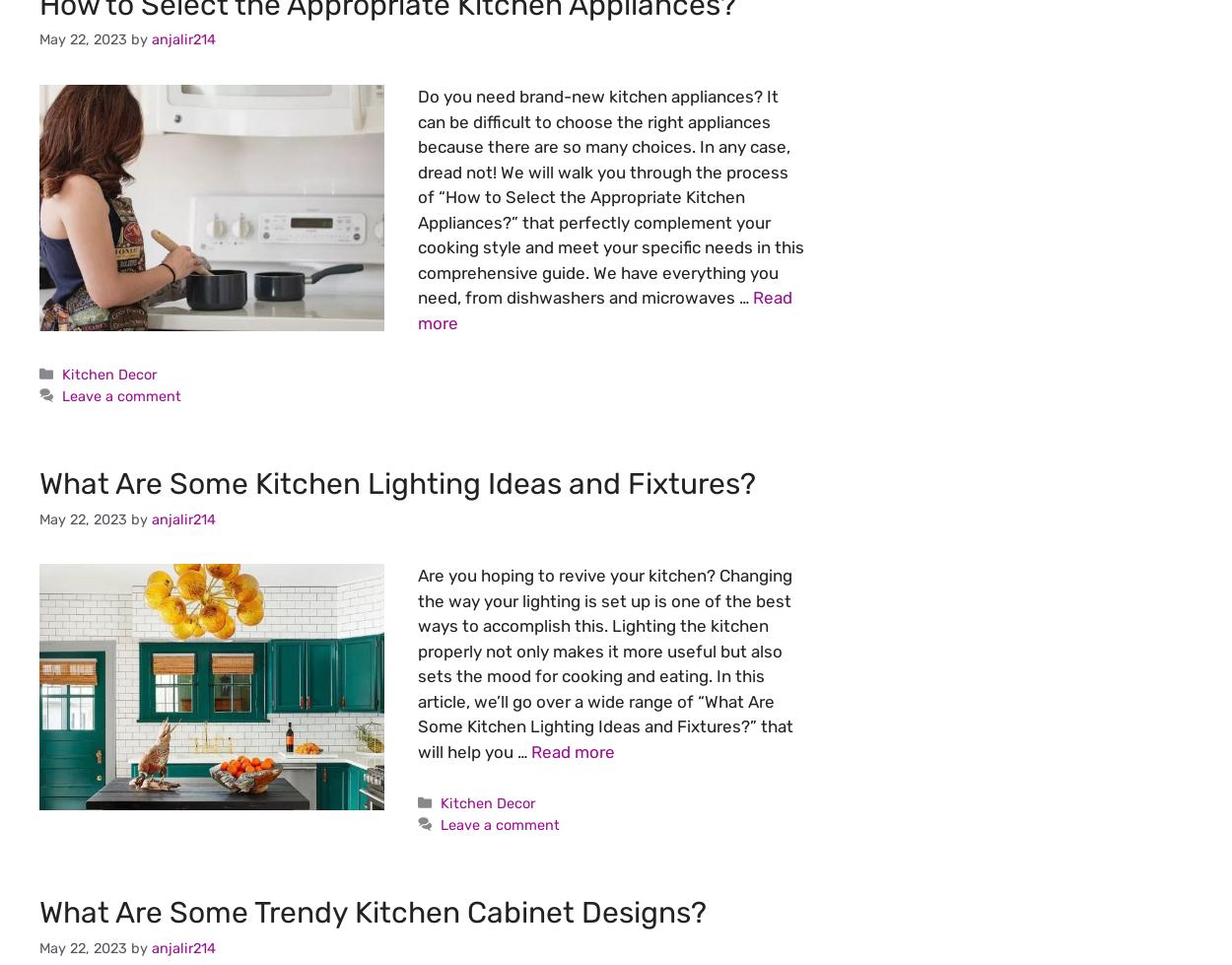 Image resolution: width=1232 pixels, height=965 pixels. Describe the element at coordinates (397, 483) in the screenshot. I see `'What Are Some Kitchen Lighting Ideas and Fixtures?'` at that location.